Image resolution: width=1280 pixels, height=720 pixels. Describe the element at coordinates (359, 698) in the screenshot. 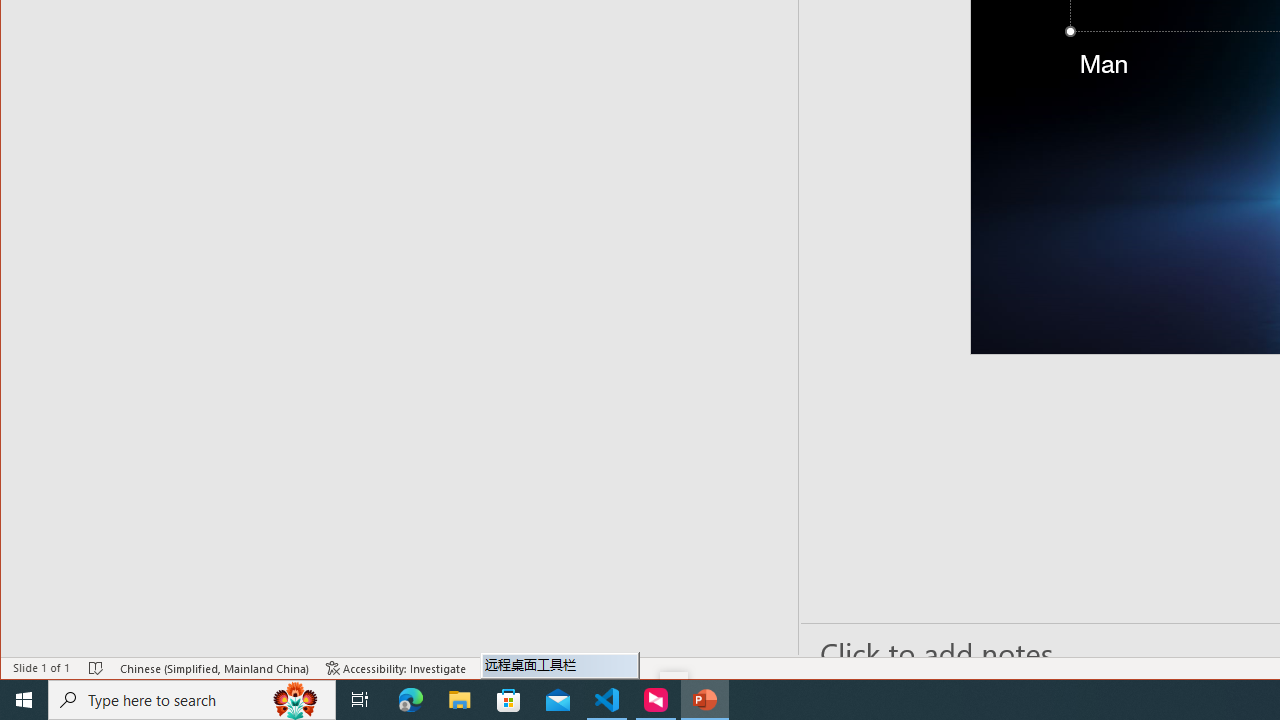

I see `'Task View'` at that location.